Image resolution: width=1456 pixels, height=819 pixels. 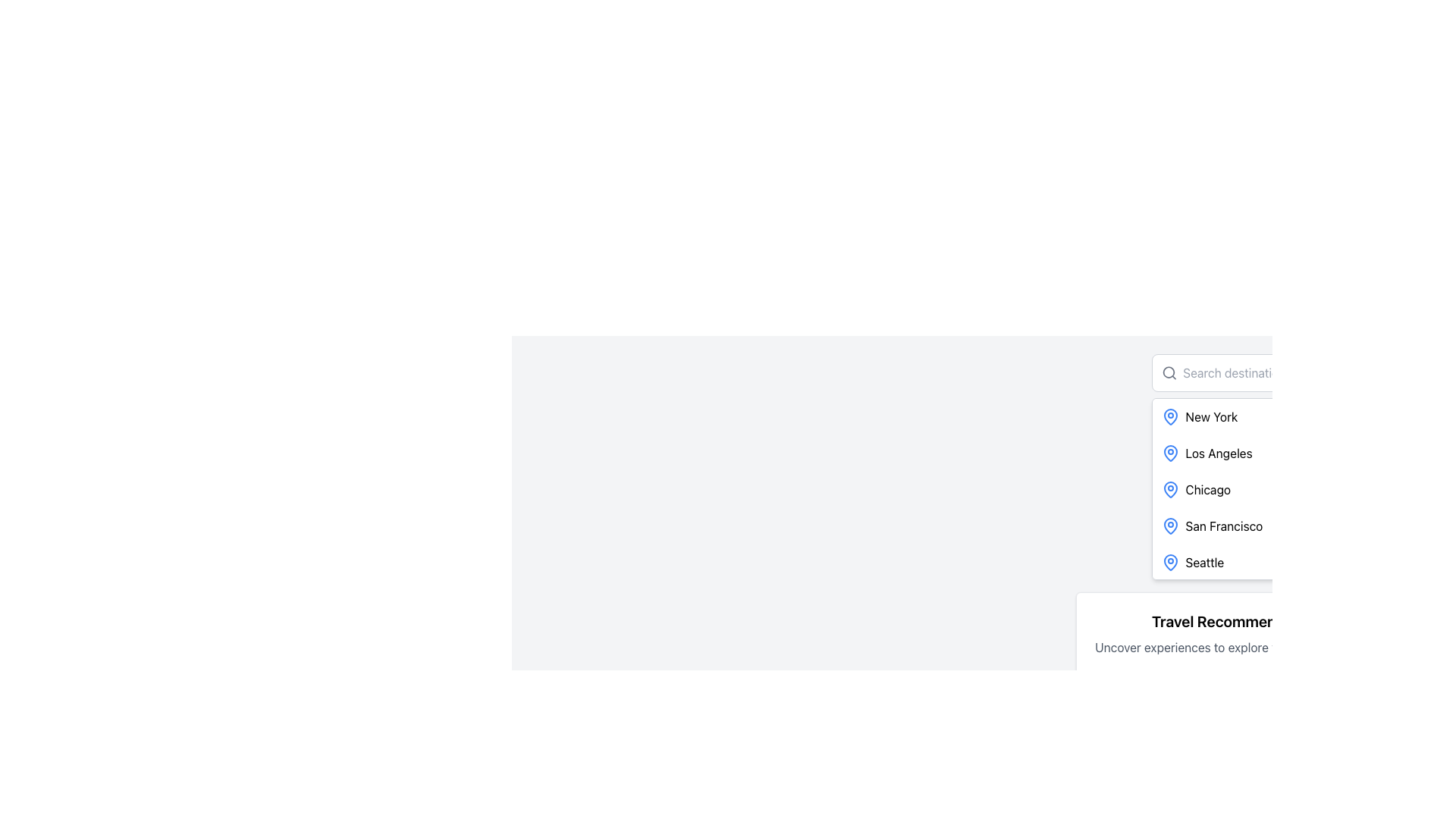 I want to click on the third marker icon in the list, which visually indicates the location for 'Chicago.', so click(x=1169, y=489).